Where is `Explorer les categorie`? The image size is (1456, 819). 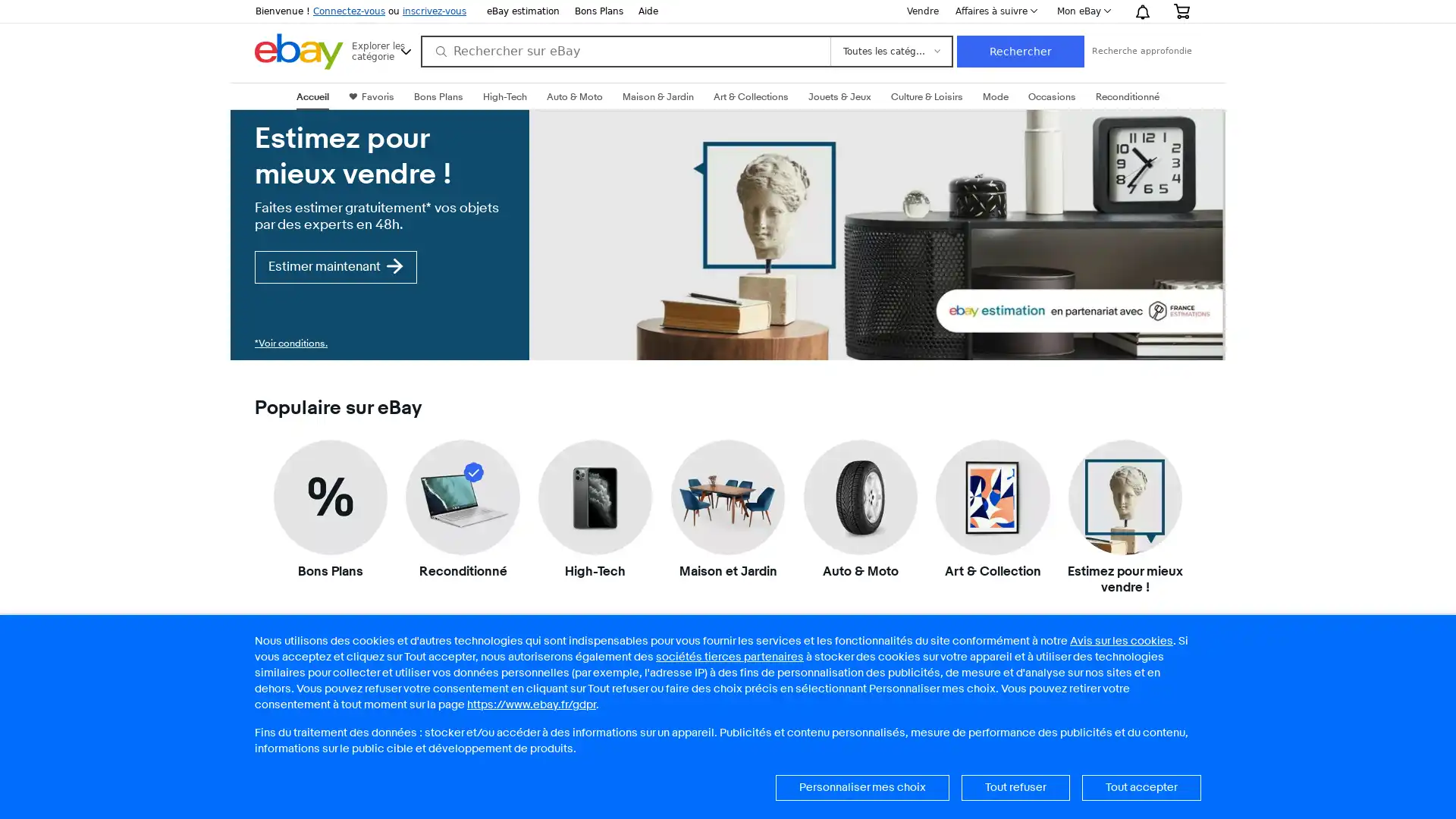
Explorer les categorie is located at coordinates (382, 49).